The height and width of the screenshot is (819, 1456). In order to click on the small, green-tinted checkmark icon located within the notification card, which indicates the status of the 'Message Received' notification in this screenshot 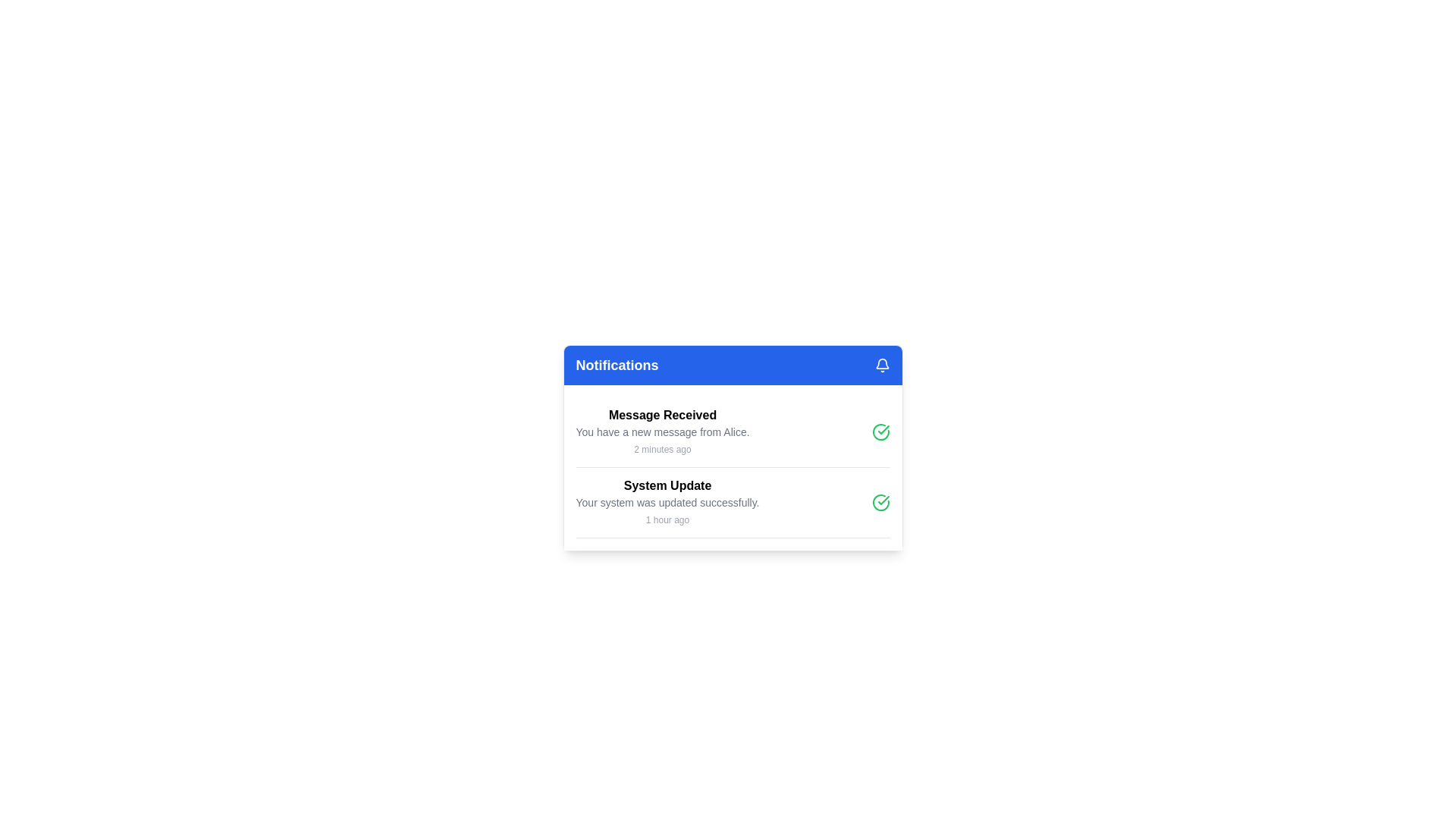, I will do `click(883, 500)`.